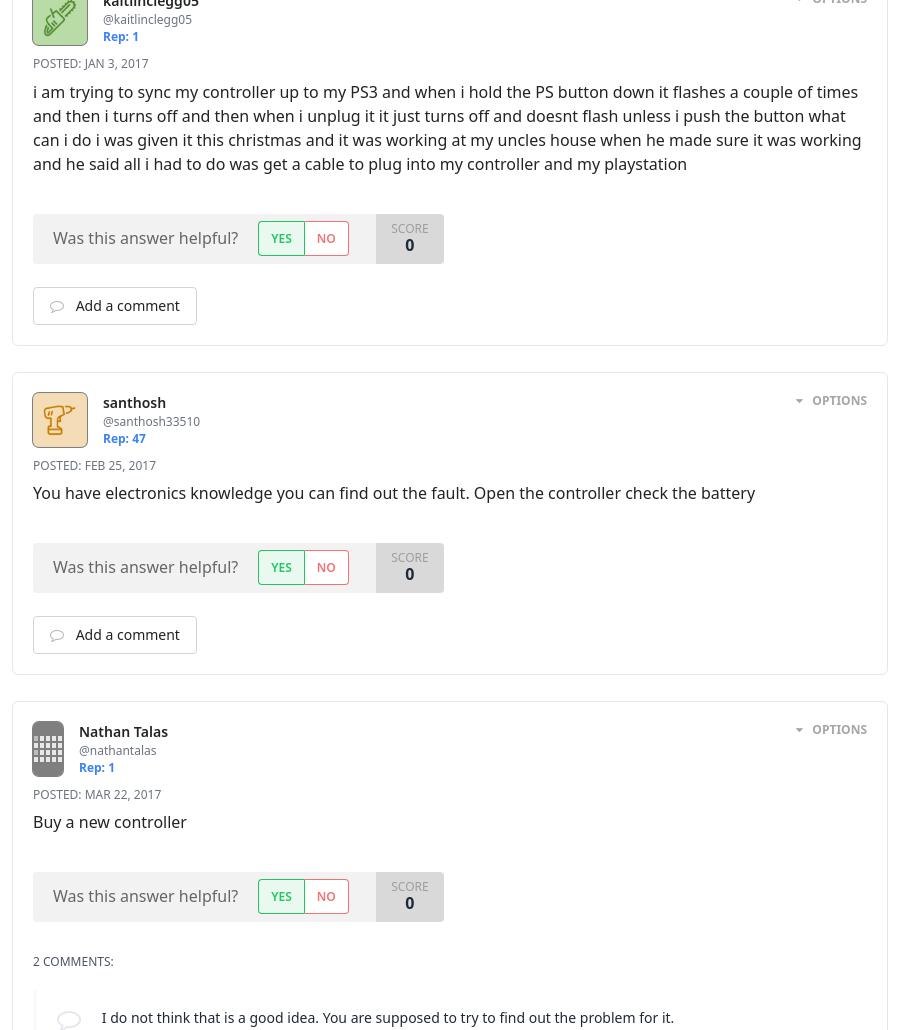 This screenshot has width=900, height=1030. What do you see at coordinates (147, 730) in the screenshot?
I see `'Nathan Talas'` at bounding box center [147, 730].